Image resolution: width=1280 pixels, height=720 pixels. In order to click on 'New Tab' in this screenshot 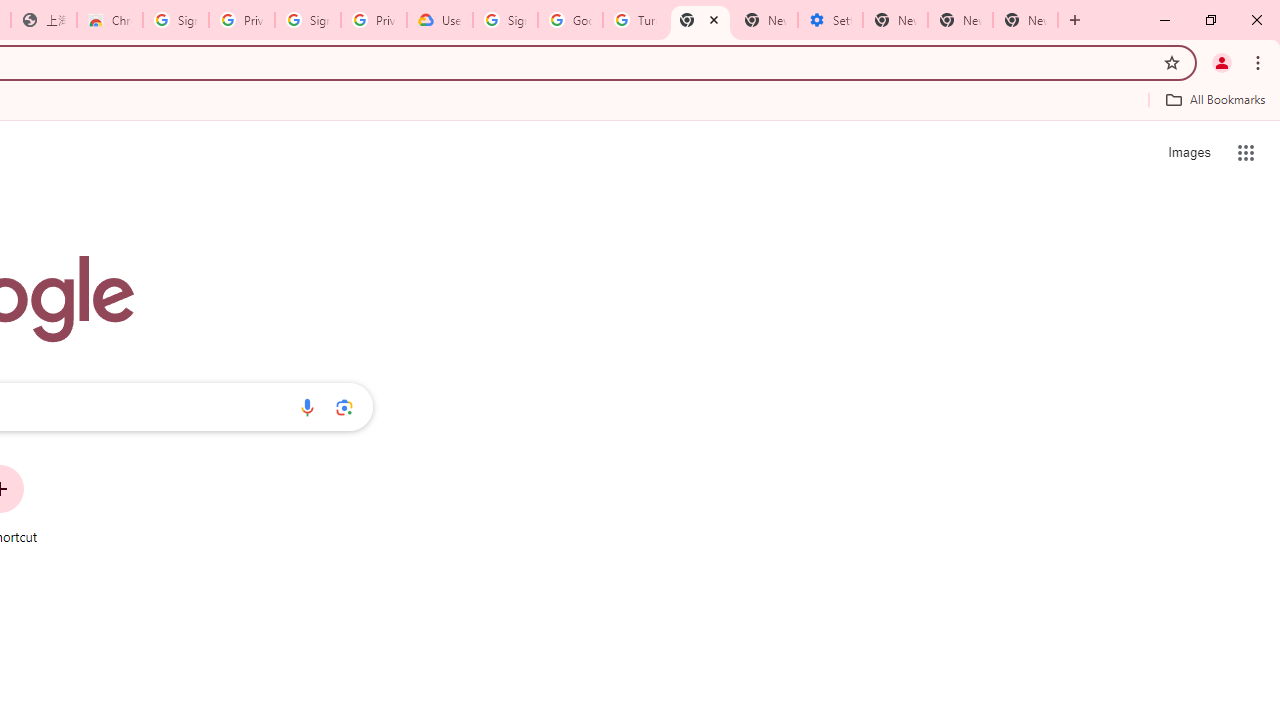, I will do `click(1025, 20)`.